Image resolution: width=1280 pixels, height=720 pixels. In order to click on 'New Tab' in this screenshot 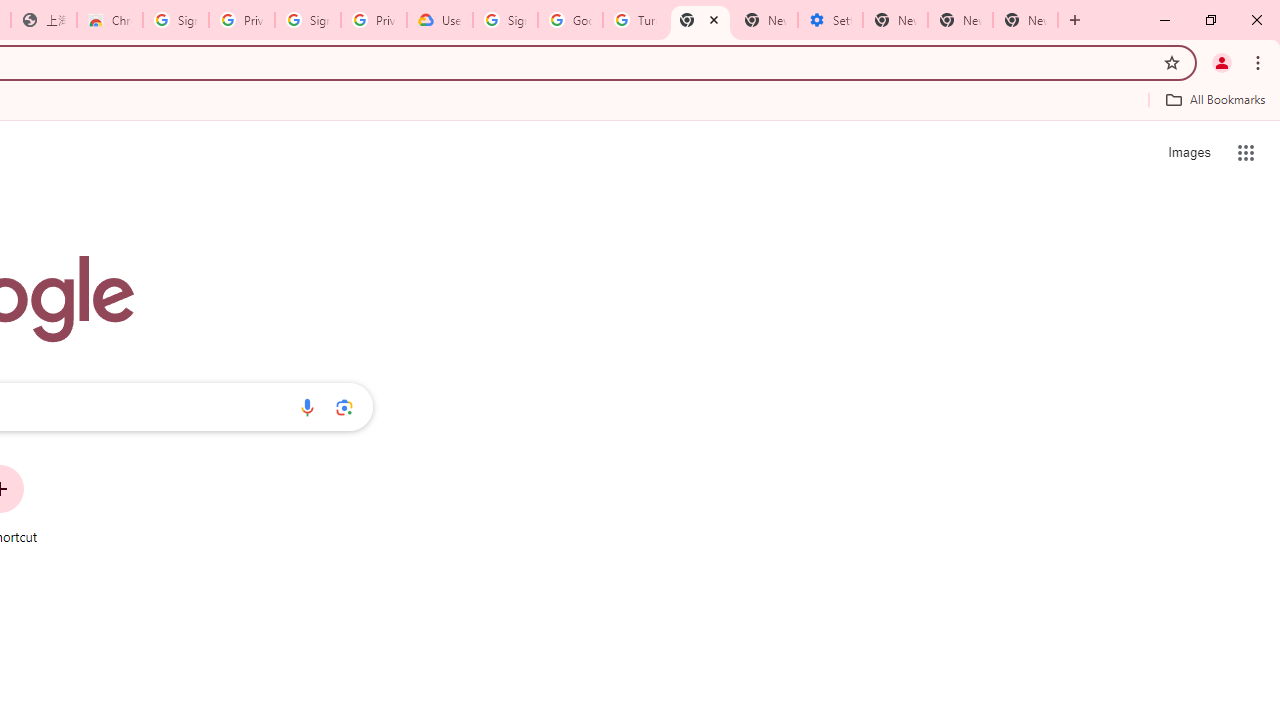, I will do `click(1025, 20)`.